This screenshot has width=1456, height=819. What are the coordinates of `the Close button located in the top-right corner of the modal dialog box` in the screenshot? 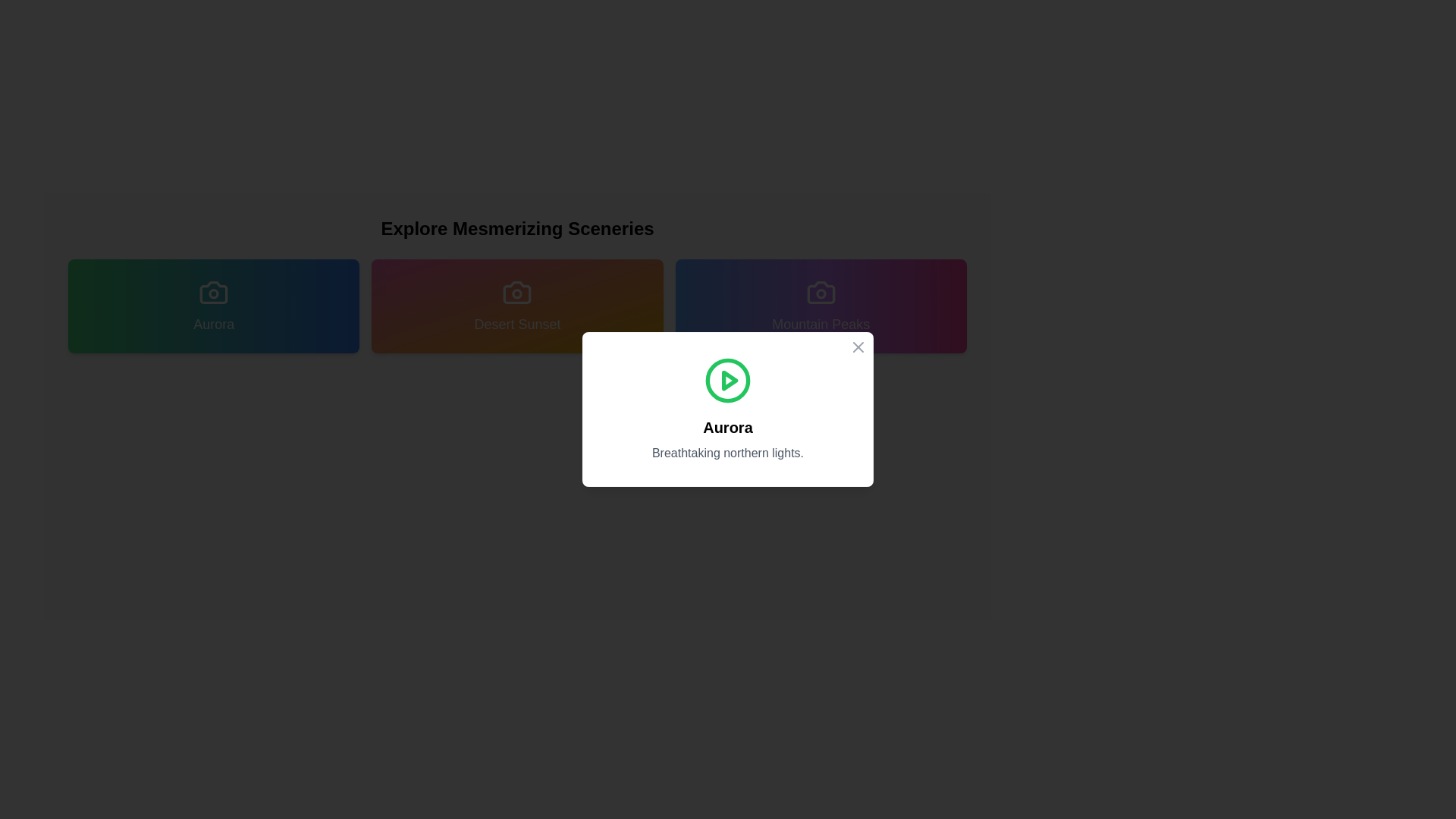 It's located at (858, 347).